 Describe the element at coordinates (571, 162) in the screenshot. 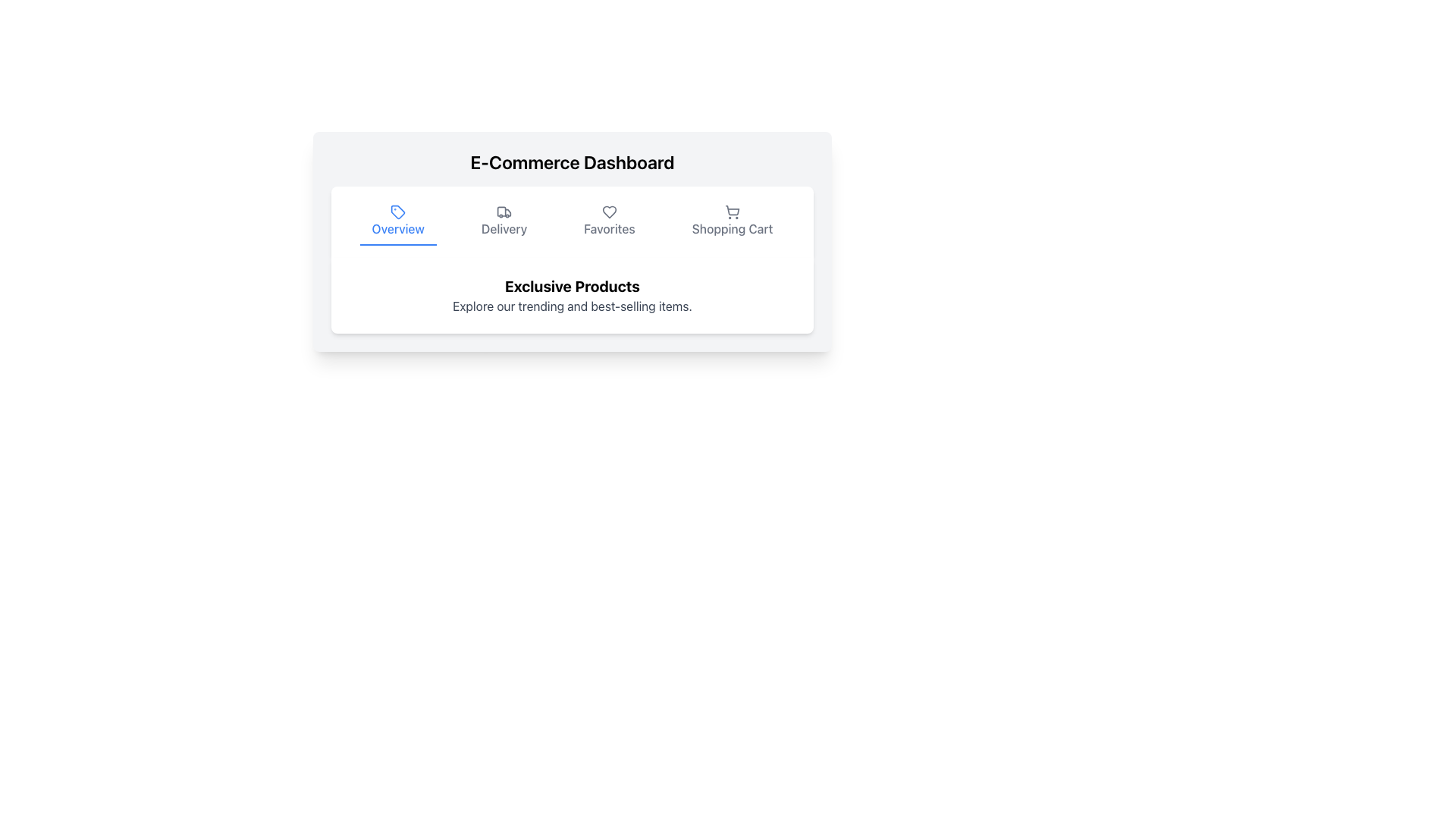

I see `the static title text element for the 'E-Commerce Dashboard' section, which is centrally aligned and precedes the navigation buttons` at that location.